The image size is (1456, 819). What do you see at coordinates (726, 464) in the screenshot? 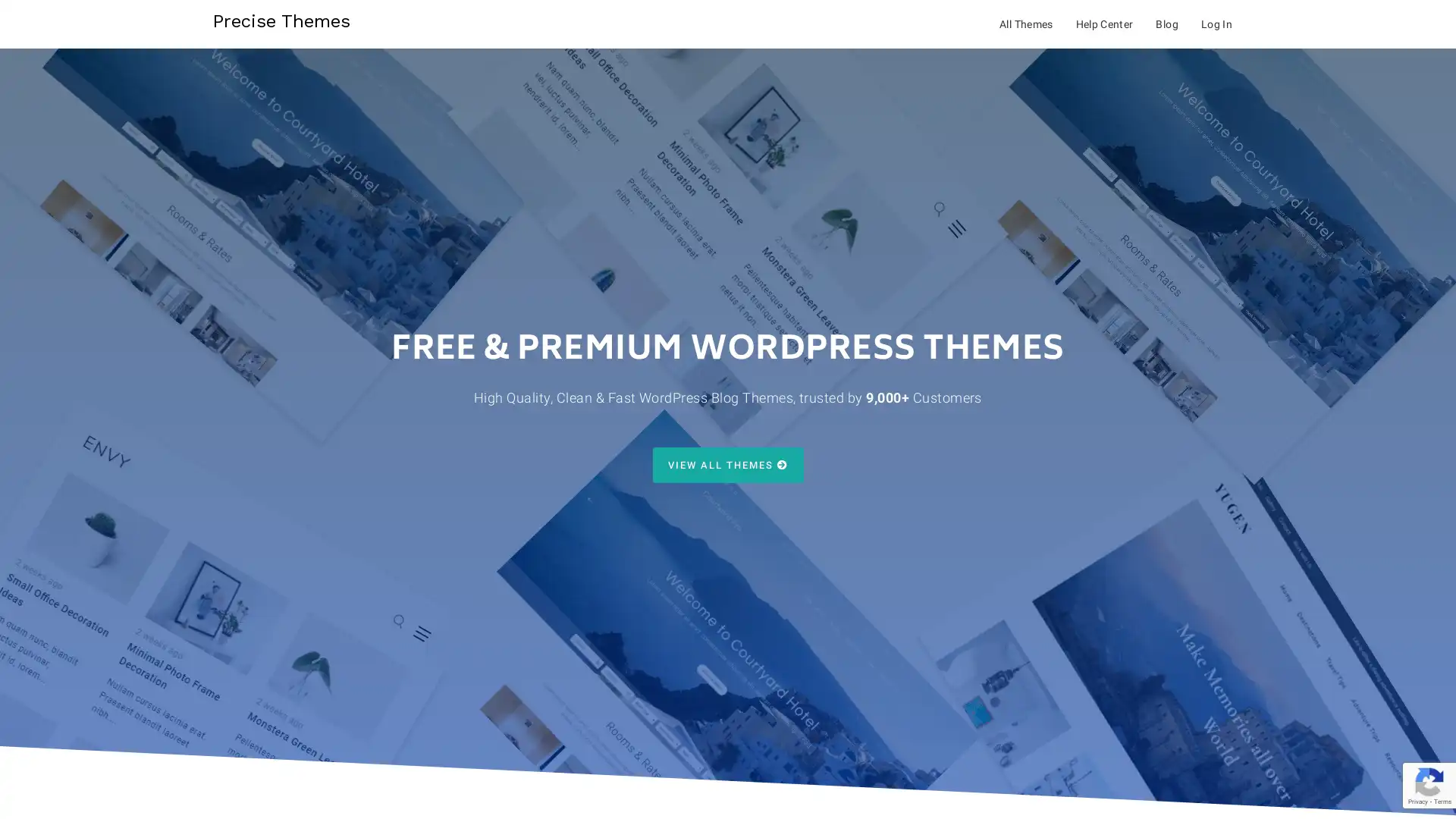
I see `VIEW ALL THEMES` at bounding box center [726, 464].